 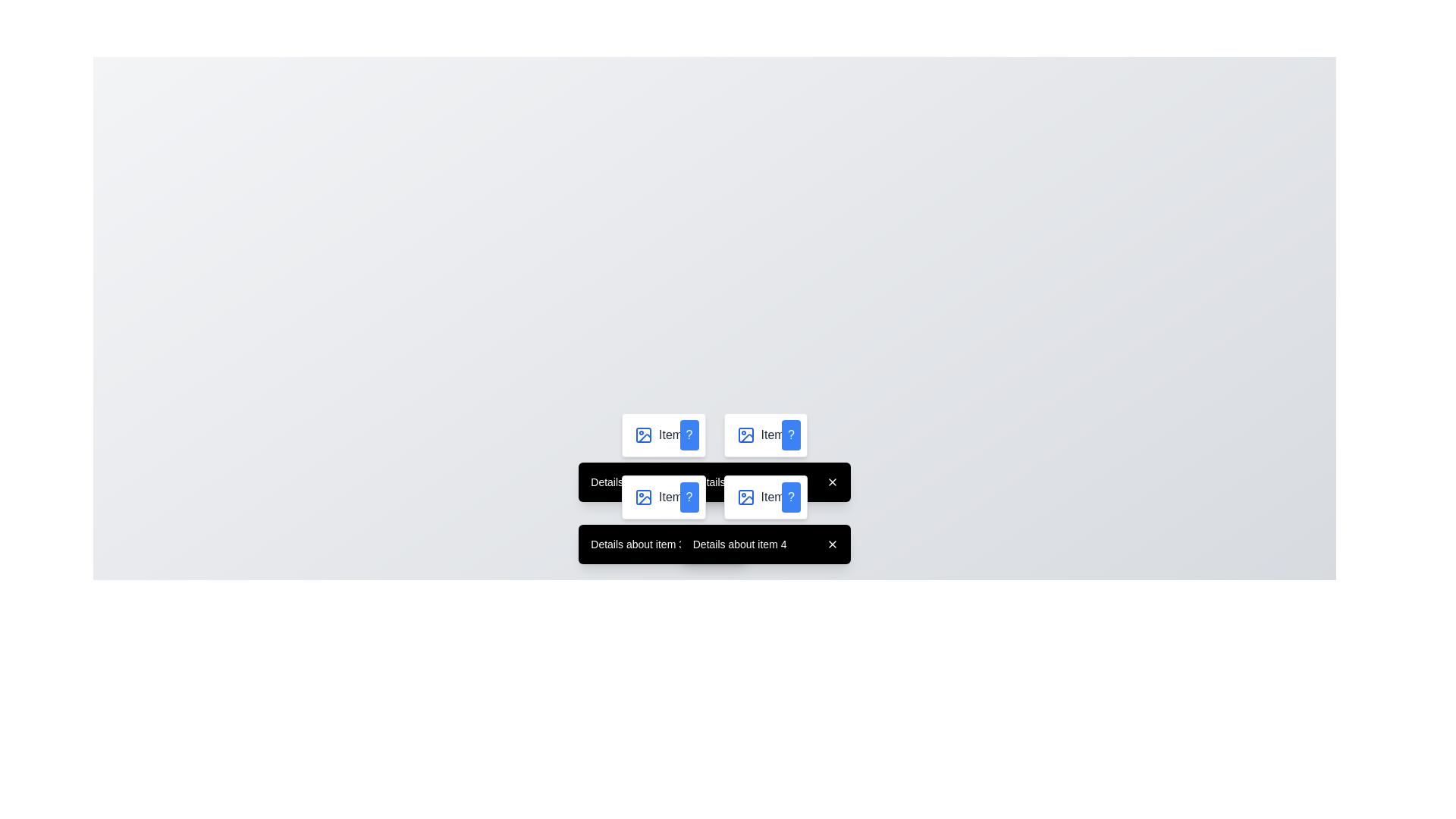 I want to click on the icon representing the feature or option related to images, located to the left of the text 'Item 3', so click(x=644, y=497).